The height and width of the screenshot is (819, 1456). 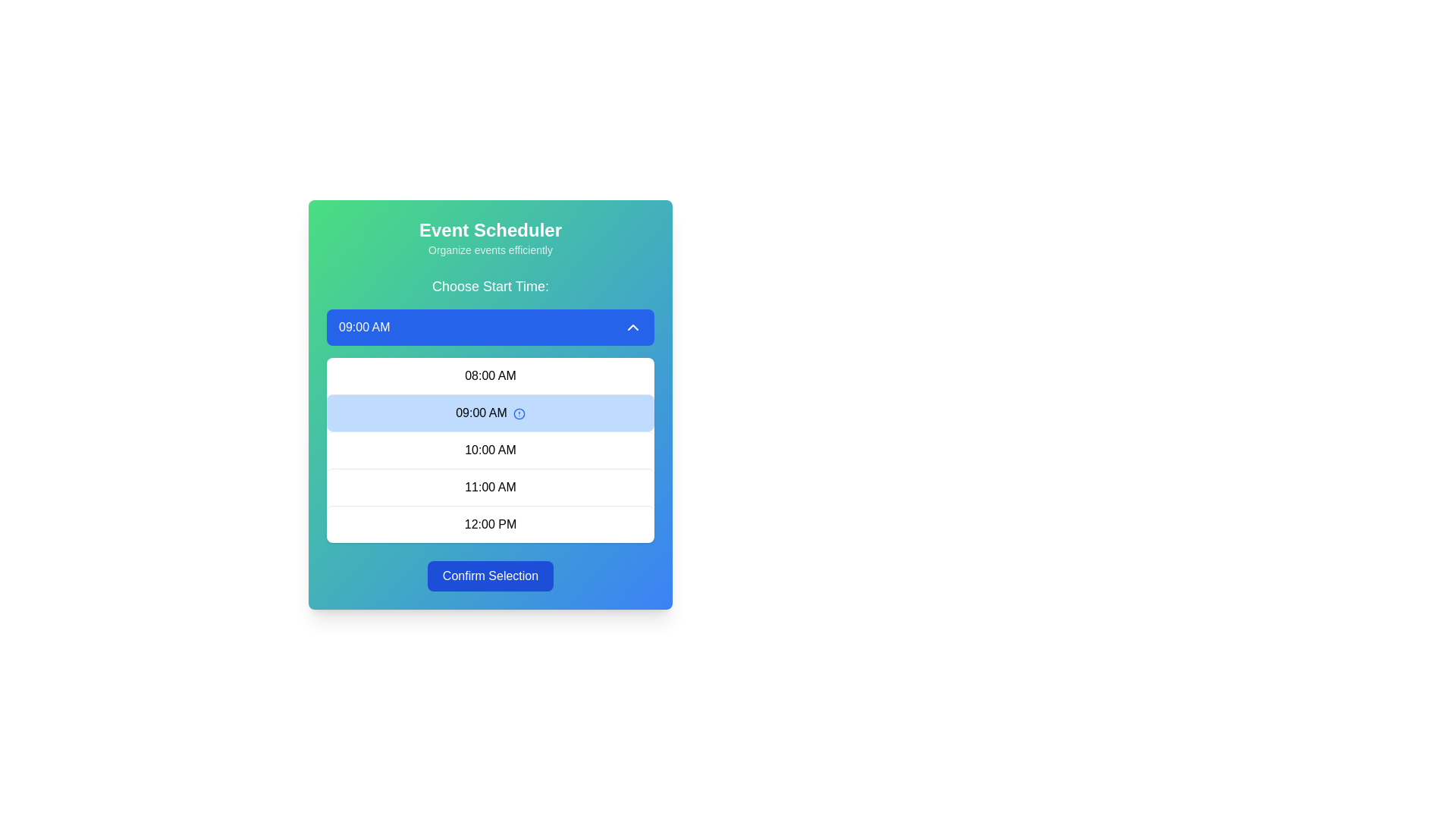 I want to click on the text block that serves as the title and subtitle for the event scheduler card, located at the center top of the card before the 'Choose Start Time:' label, so click(x=491, y=237).